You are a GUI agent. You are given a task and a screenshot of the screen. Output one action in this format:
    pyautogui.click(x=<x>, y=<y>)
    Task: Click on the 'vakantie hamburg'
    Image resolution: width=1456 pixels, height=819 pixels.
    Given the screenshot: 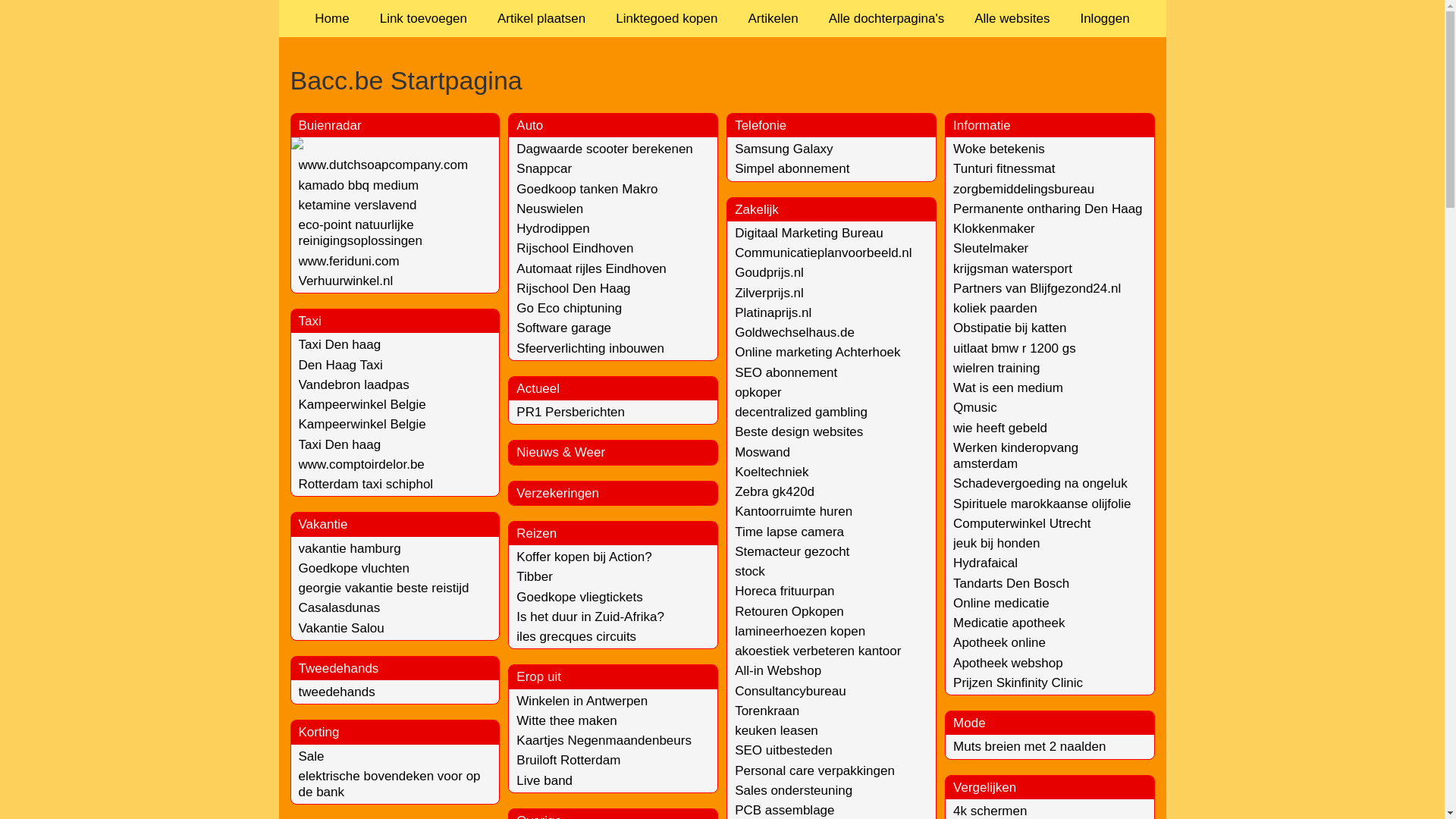 What is the action you would take?
    pyautogui.click(x=349, y=548)
    